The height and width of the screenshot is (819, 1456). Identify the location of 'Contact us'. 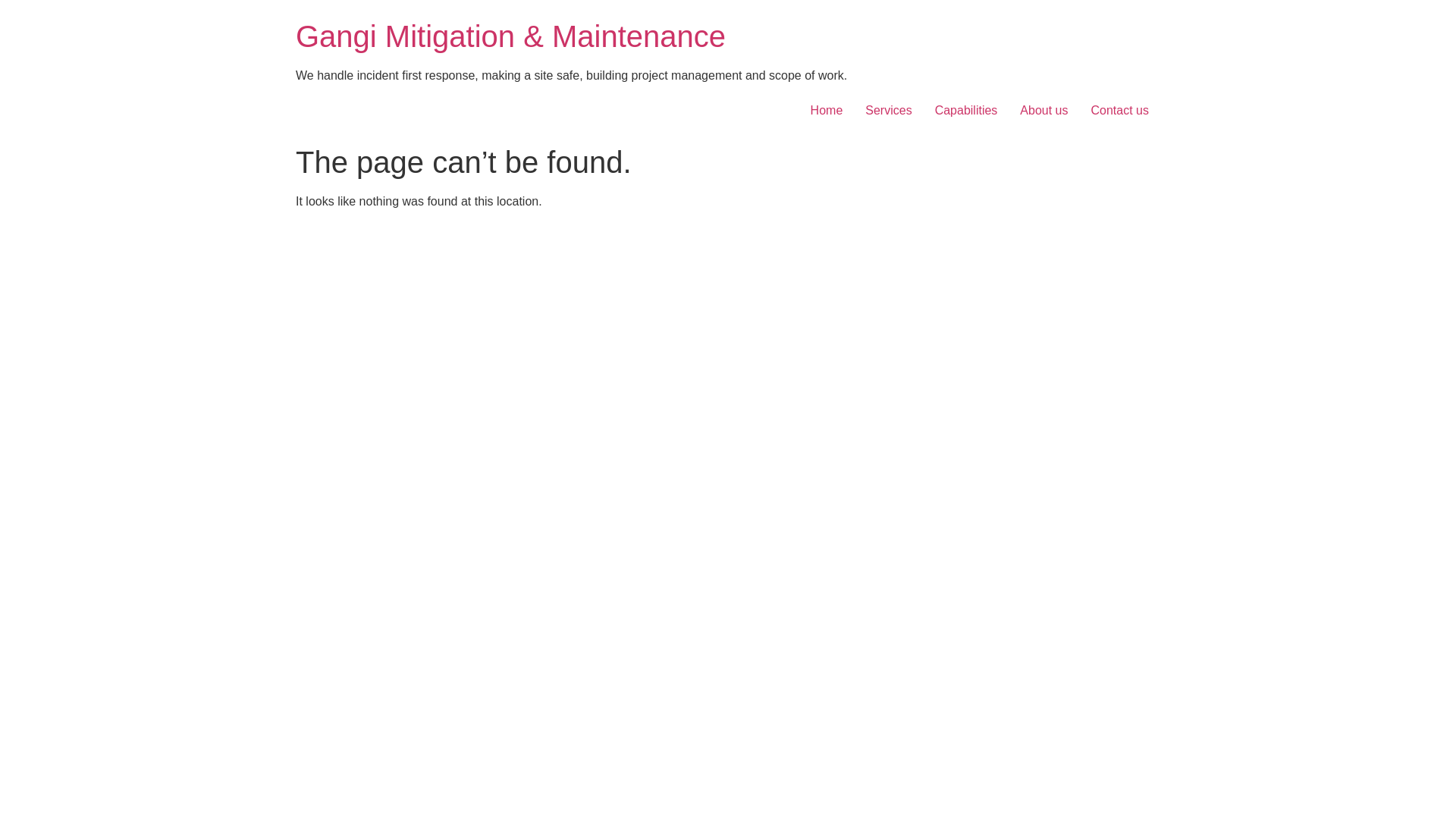
(1120, 110).